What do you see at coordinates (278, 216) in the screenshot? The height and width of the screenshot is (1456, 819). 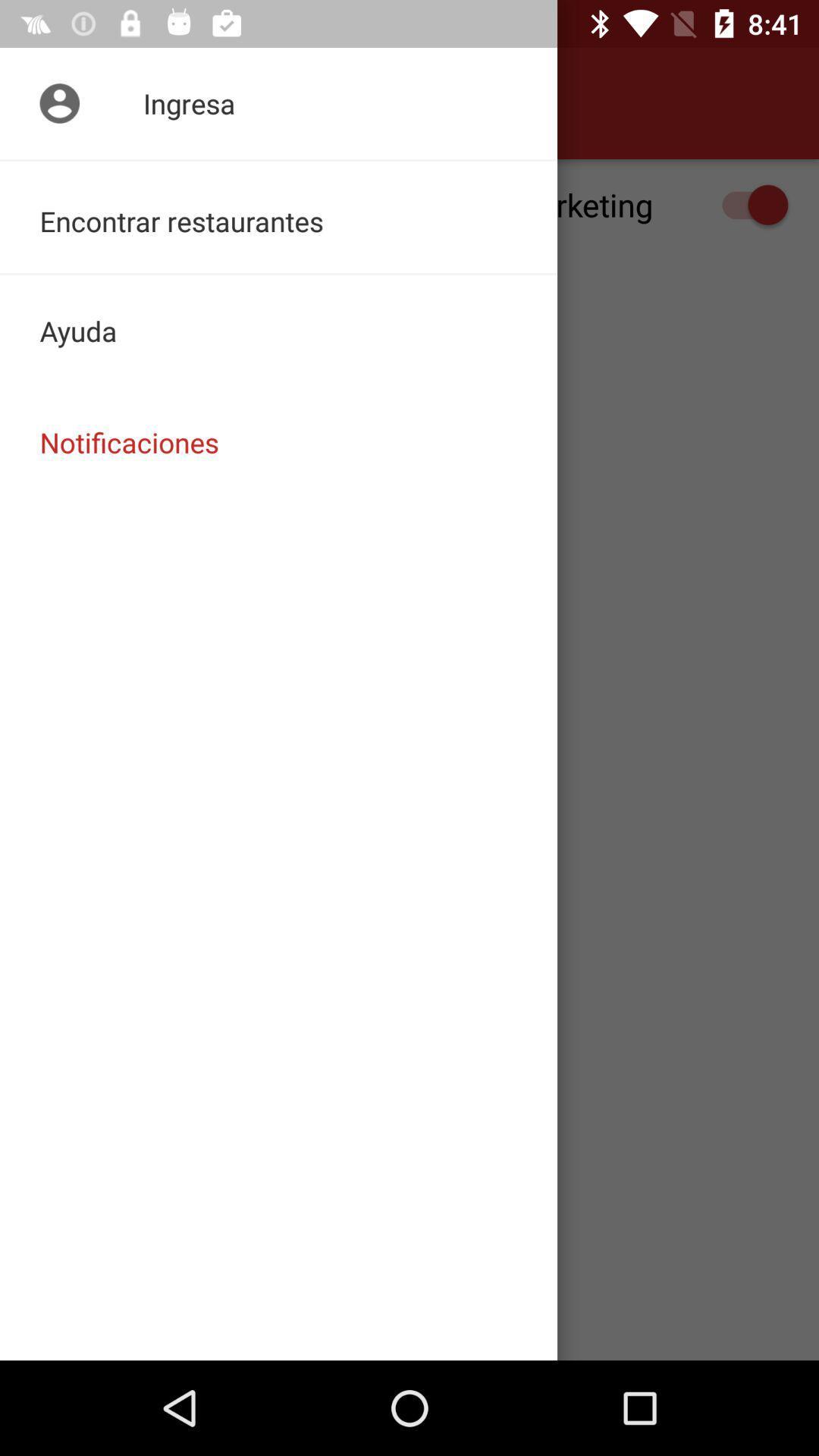 I see `encontrar restaurantes icon` at bounding box center [278, 216].